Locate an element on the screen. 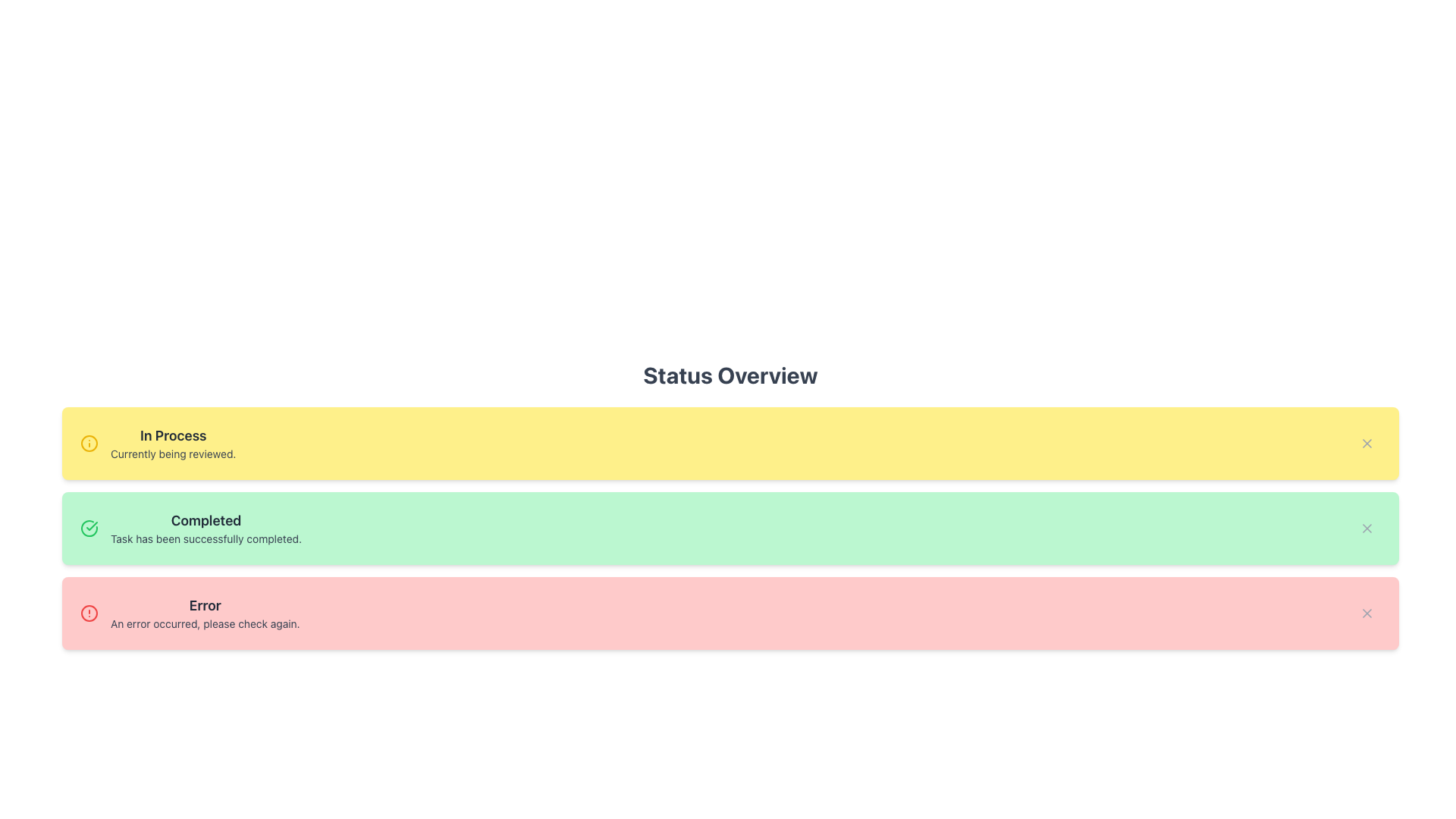 This screenshot has height=819, width=1456. the 'X' icon on the yellow background is located at coordinates (1367, 444).